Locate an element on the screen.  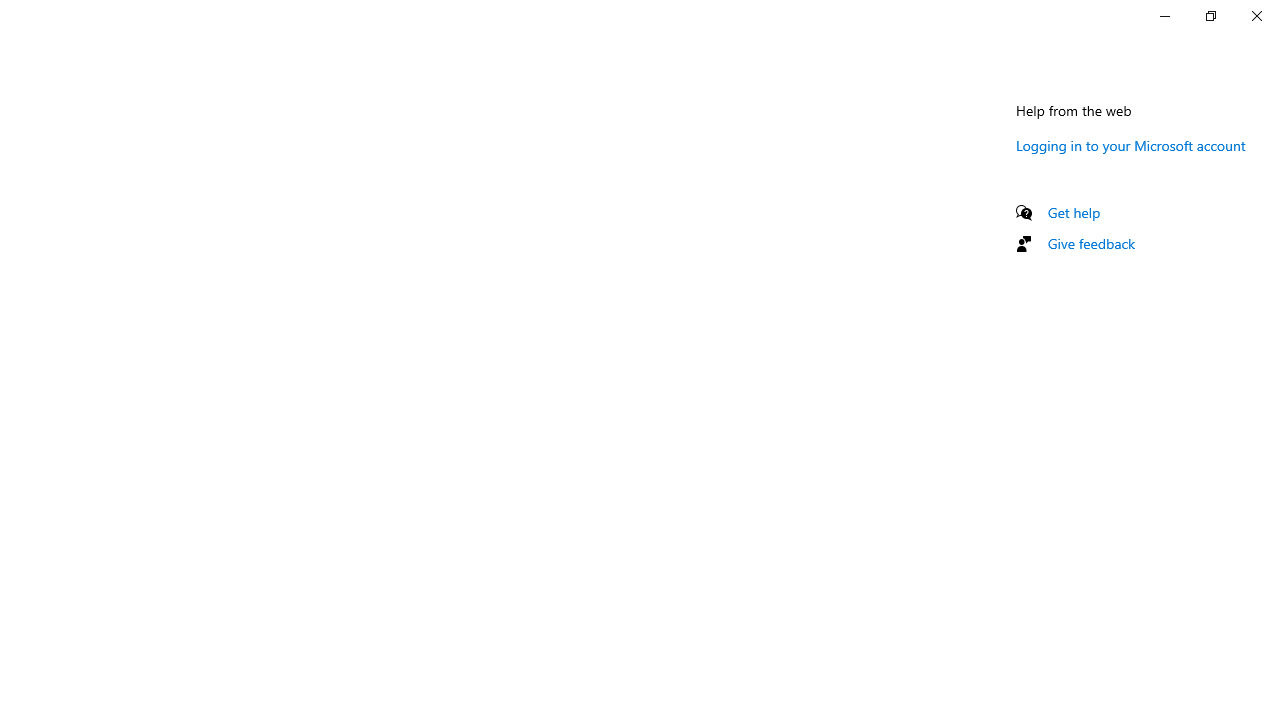
'Give feedback' is located at coordinates (1090, 242).